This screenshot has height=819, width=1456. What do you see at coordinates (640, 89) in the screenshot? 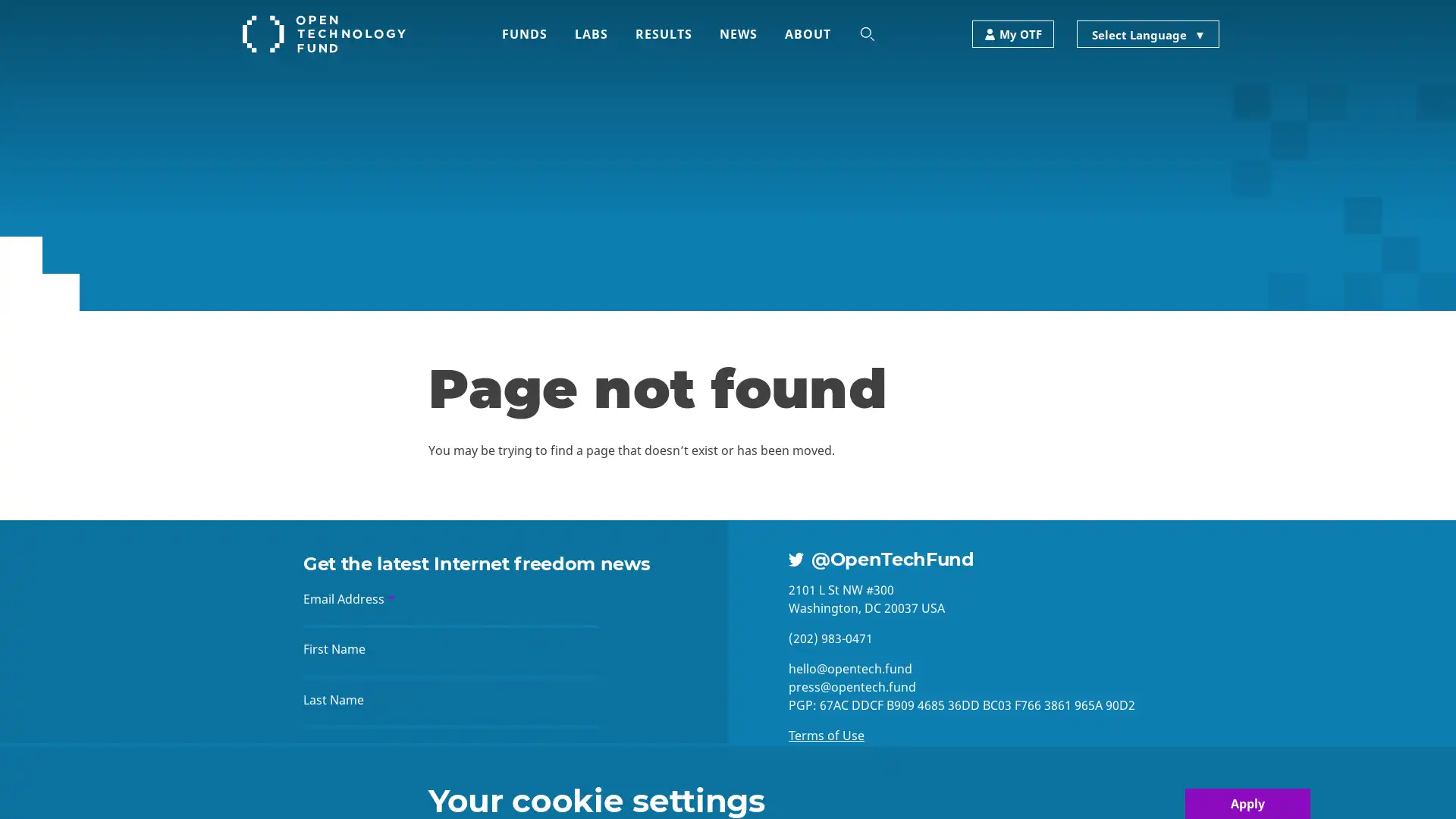
I see `Search` at bounding box center [640, 89].